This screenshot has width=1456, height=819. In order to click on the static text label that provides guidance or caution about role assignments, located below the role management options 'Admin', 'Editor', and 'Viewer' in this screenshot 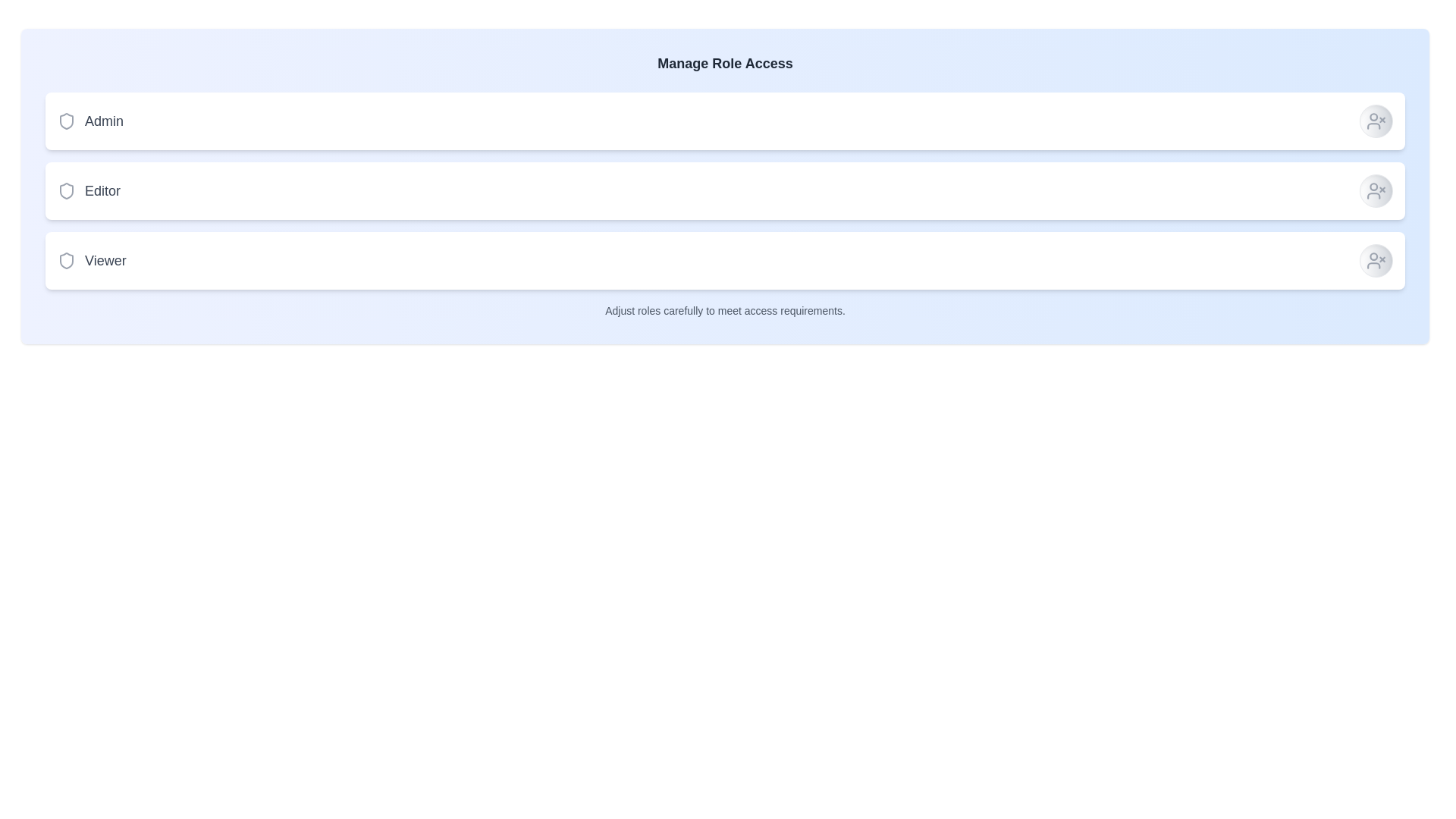, I will do `click(724, 309)`.